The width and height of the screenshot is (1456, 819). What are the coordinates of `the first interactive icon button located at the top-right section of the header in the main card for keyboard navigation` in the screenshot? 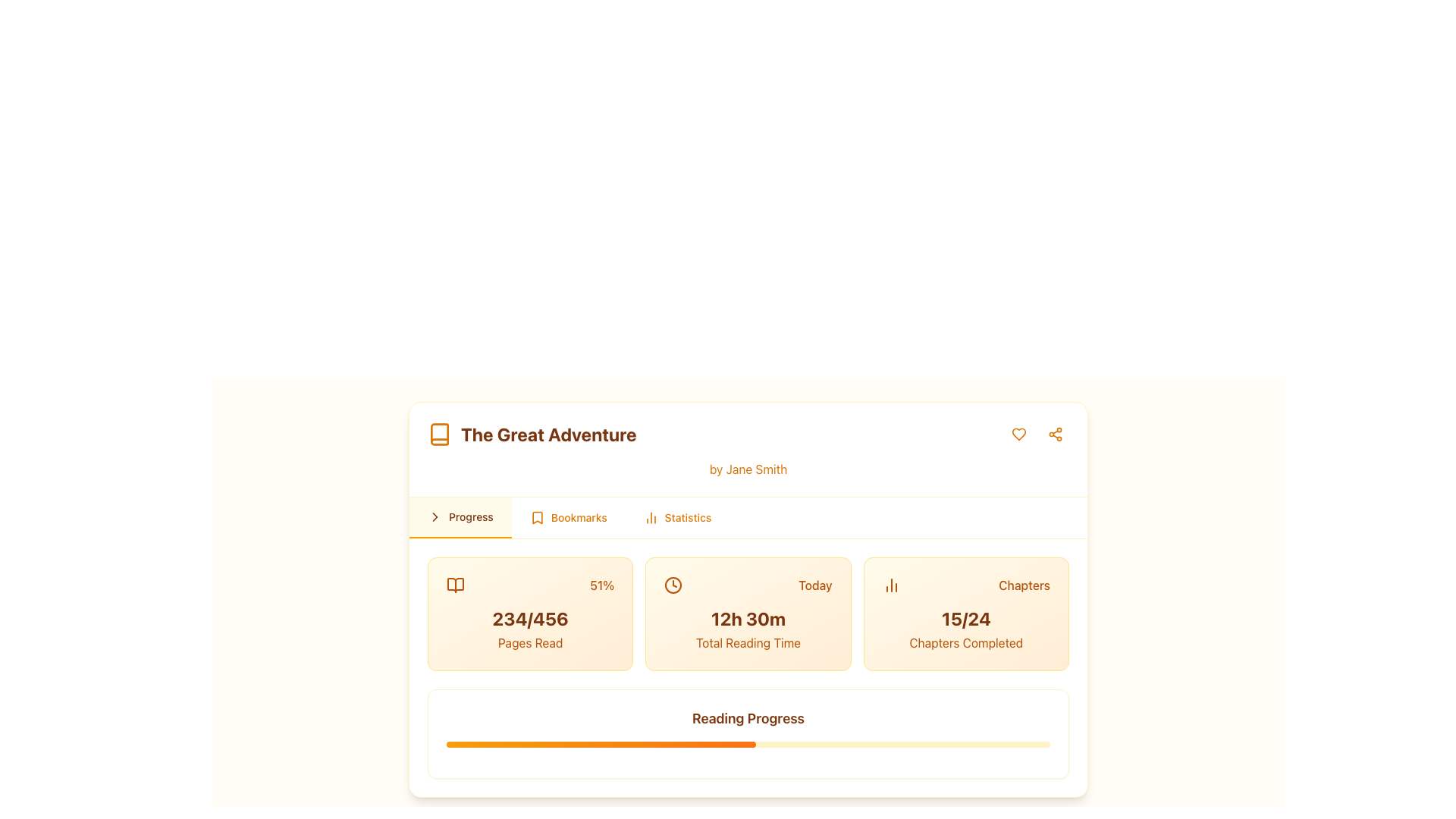 It's located at (1019, 435).